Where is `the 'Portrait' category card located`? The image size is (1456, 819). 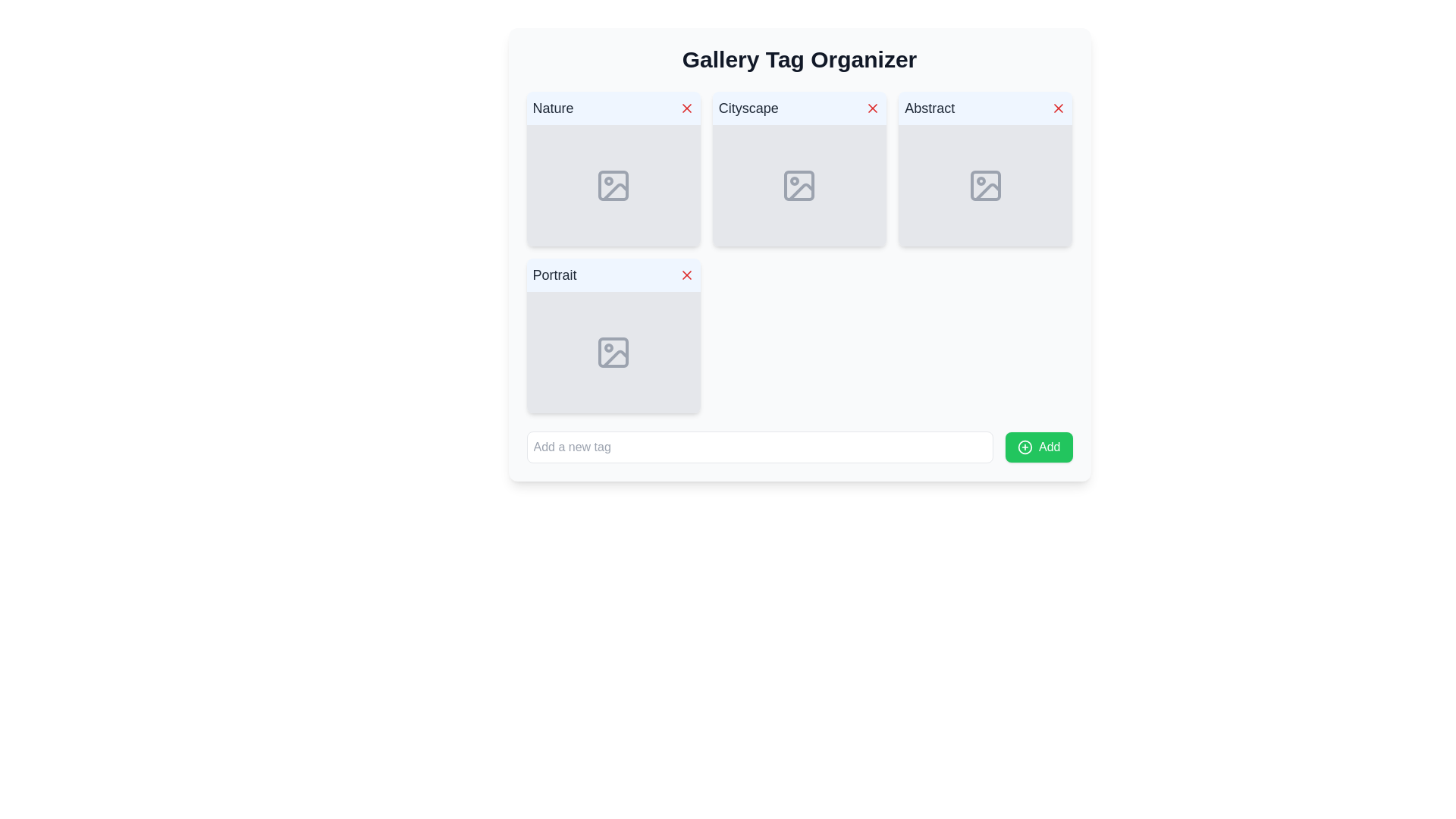 the 'Portrait' category card located is located at coordinates (613, 335).